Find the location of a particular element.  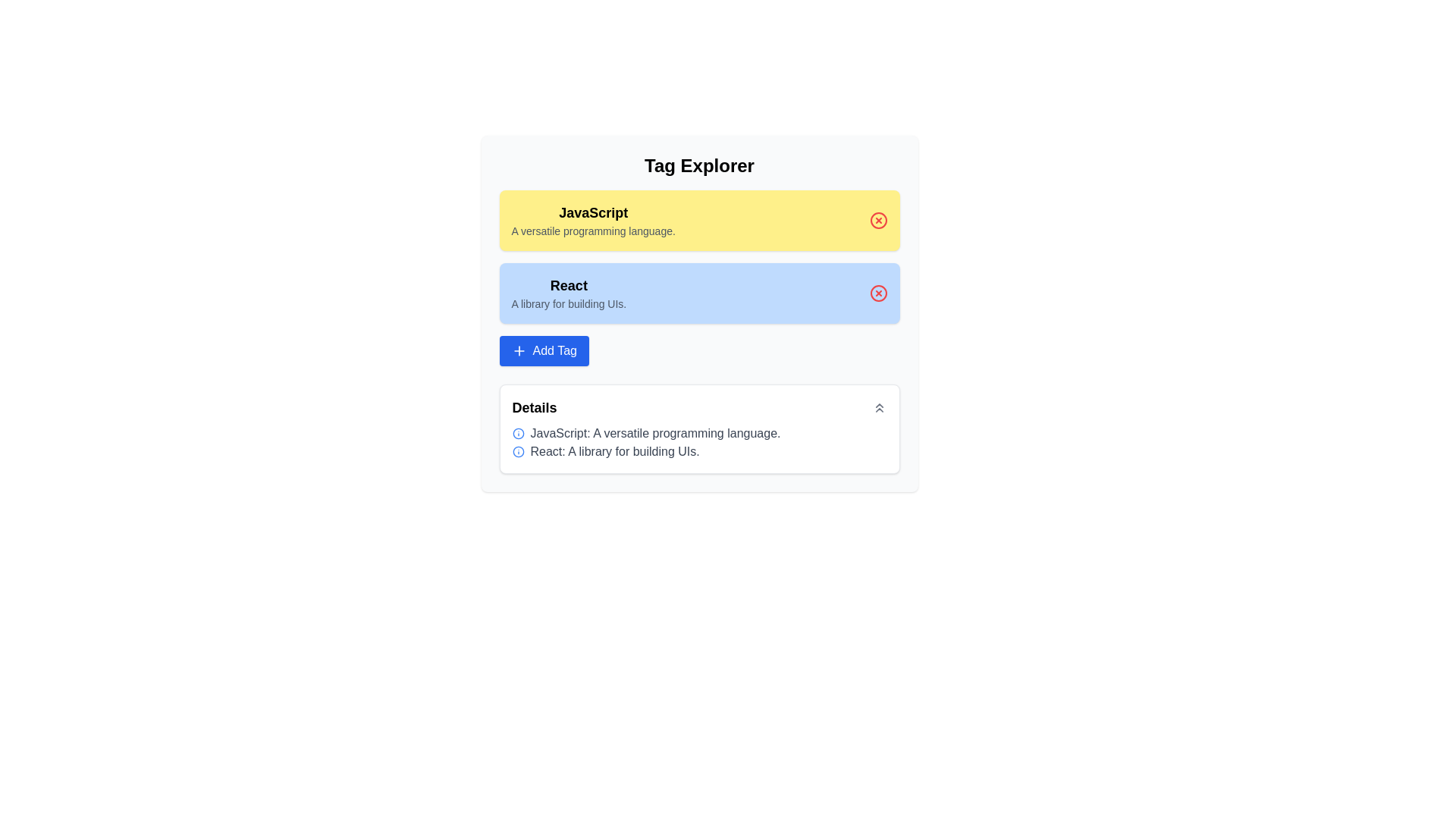

the text label that reads 'A versatile programming language.' which is styled in gray and located below the bold 'JavaScript' title within a yellow box is located at coordinates (592, 231).